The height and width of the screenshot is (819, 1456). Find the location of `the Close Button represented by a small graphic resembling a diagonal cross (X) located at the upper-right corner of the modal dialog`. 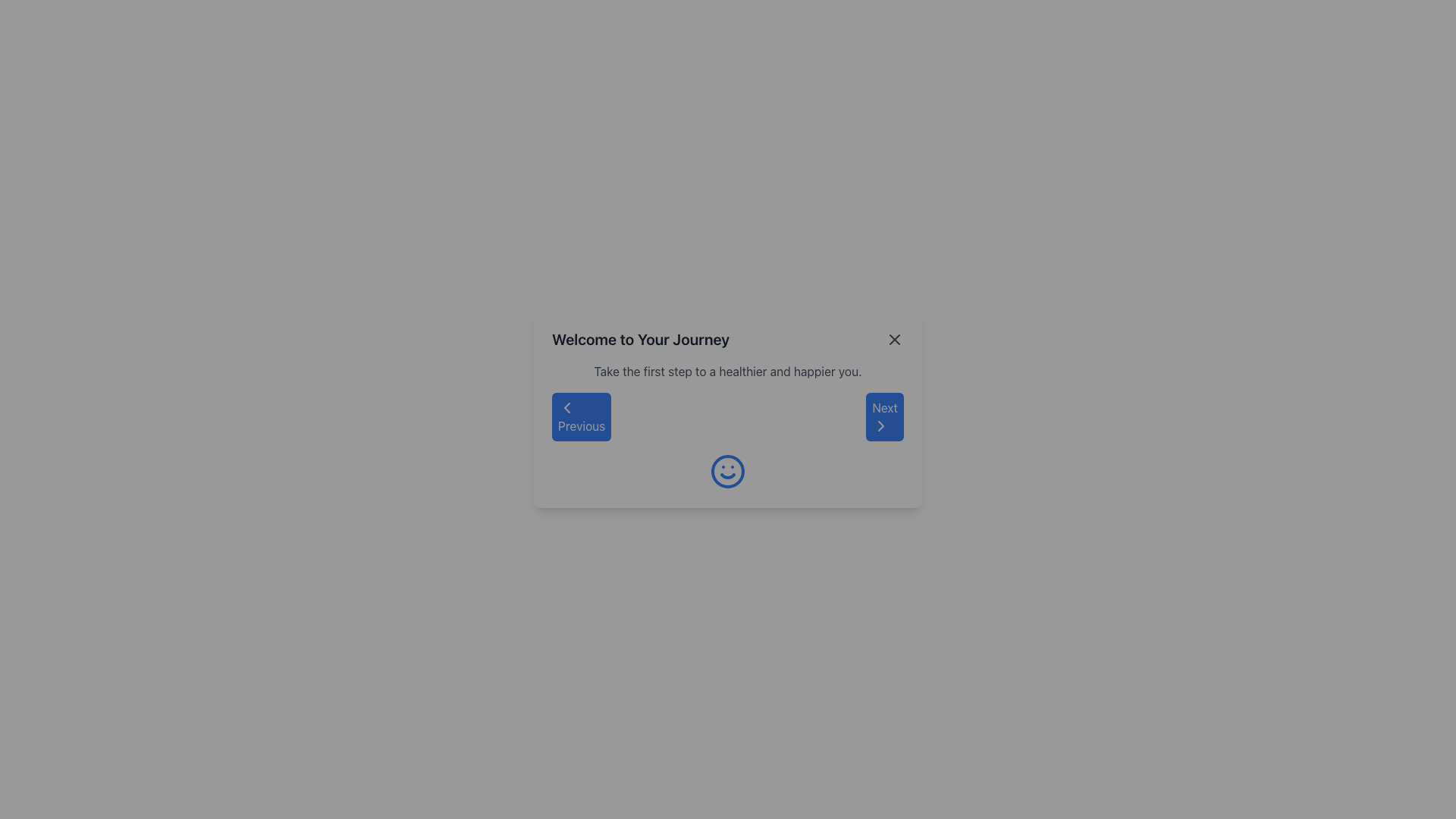

the Close Button represented by a small graphic resembling a diagonal cross (X) located at the upper-right corner of the modal dialog is located at coordinates (895, 338).